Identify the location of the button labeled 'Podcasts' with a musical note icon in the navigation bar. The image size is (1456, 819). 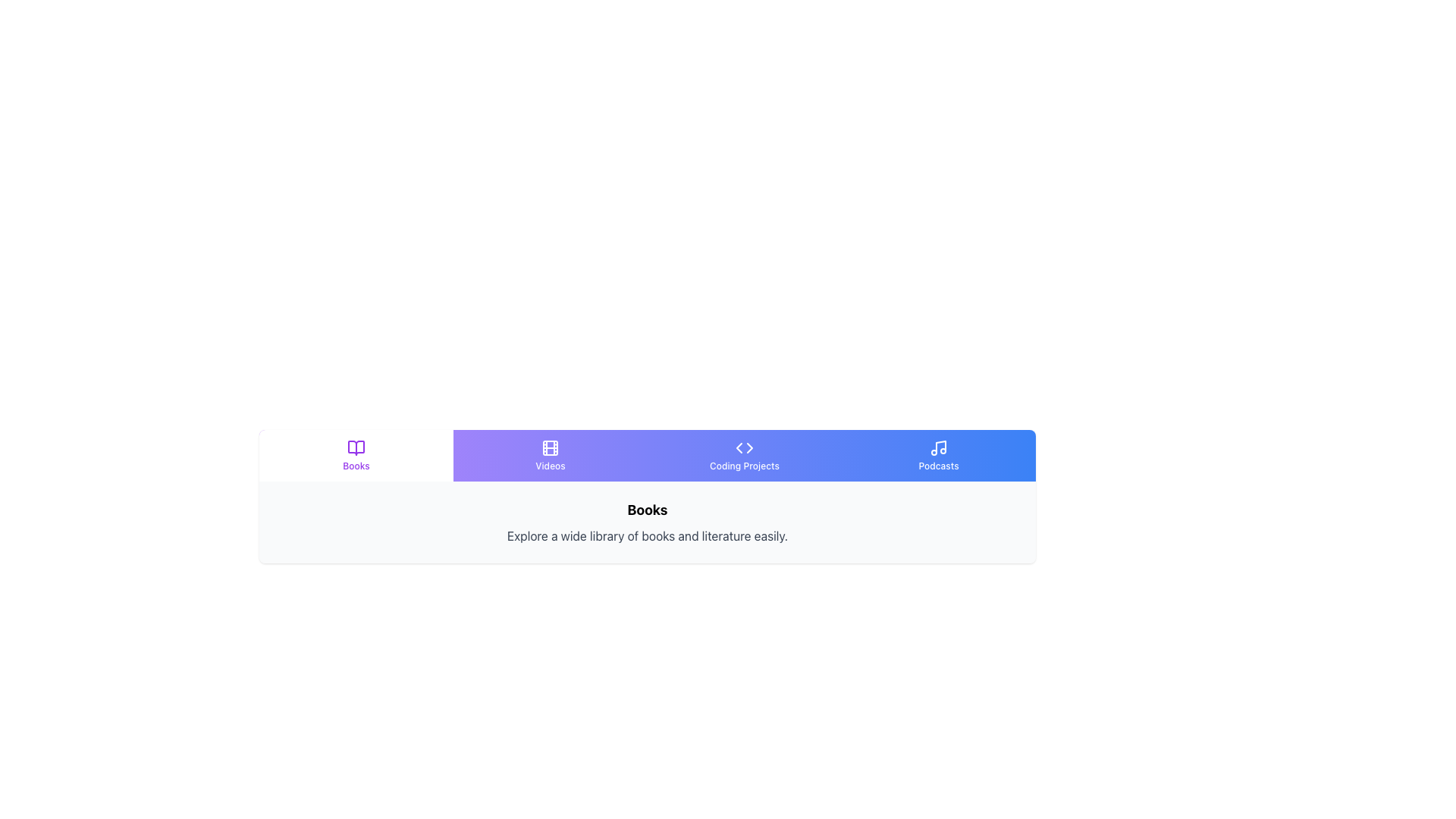
(938, 455).